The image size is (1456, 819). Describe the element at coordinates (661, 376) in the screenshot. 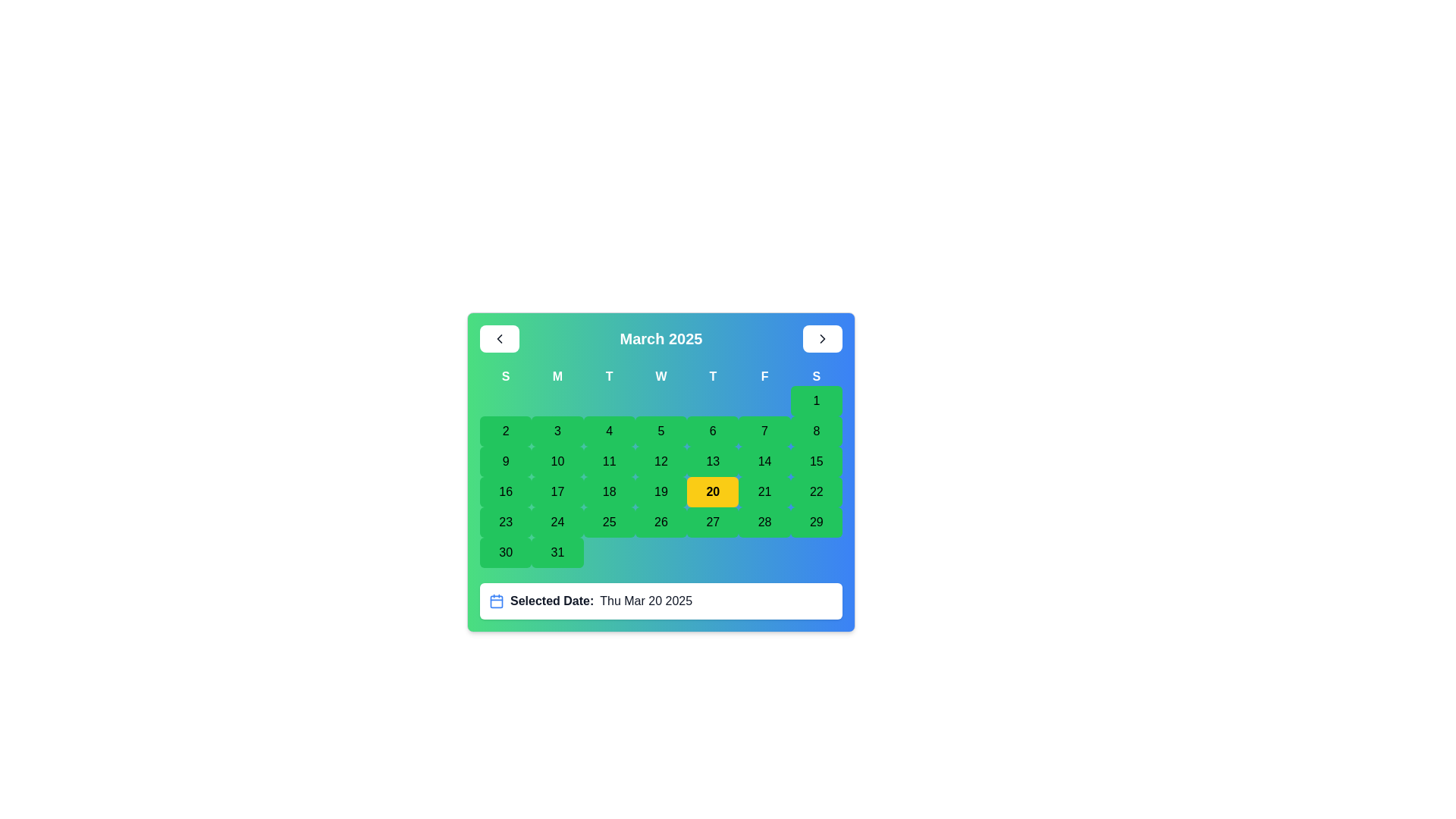

I see `the Label Row displaying the days of the week, which is styled in bold white text with a gradient background from green to blue, located below the 'March 2025' heading in the calendar interface` at that location.